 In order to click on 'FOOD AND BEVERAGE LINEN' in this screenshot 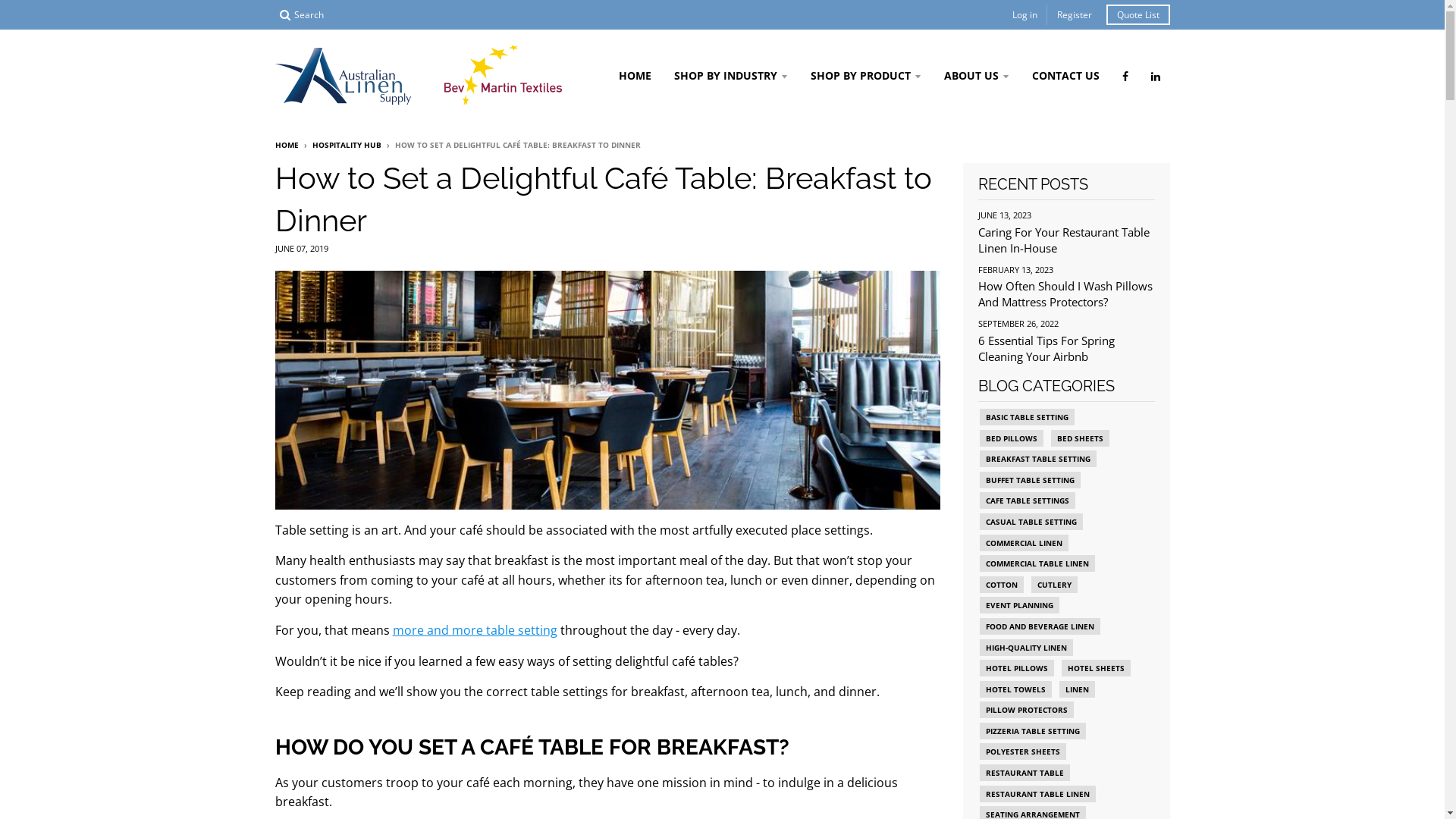, I will do `click(1039, 626)`.